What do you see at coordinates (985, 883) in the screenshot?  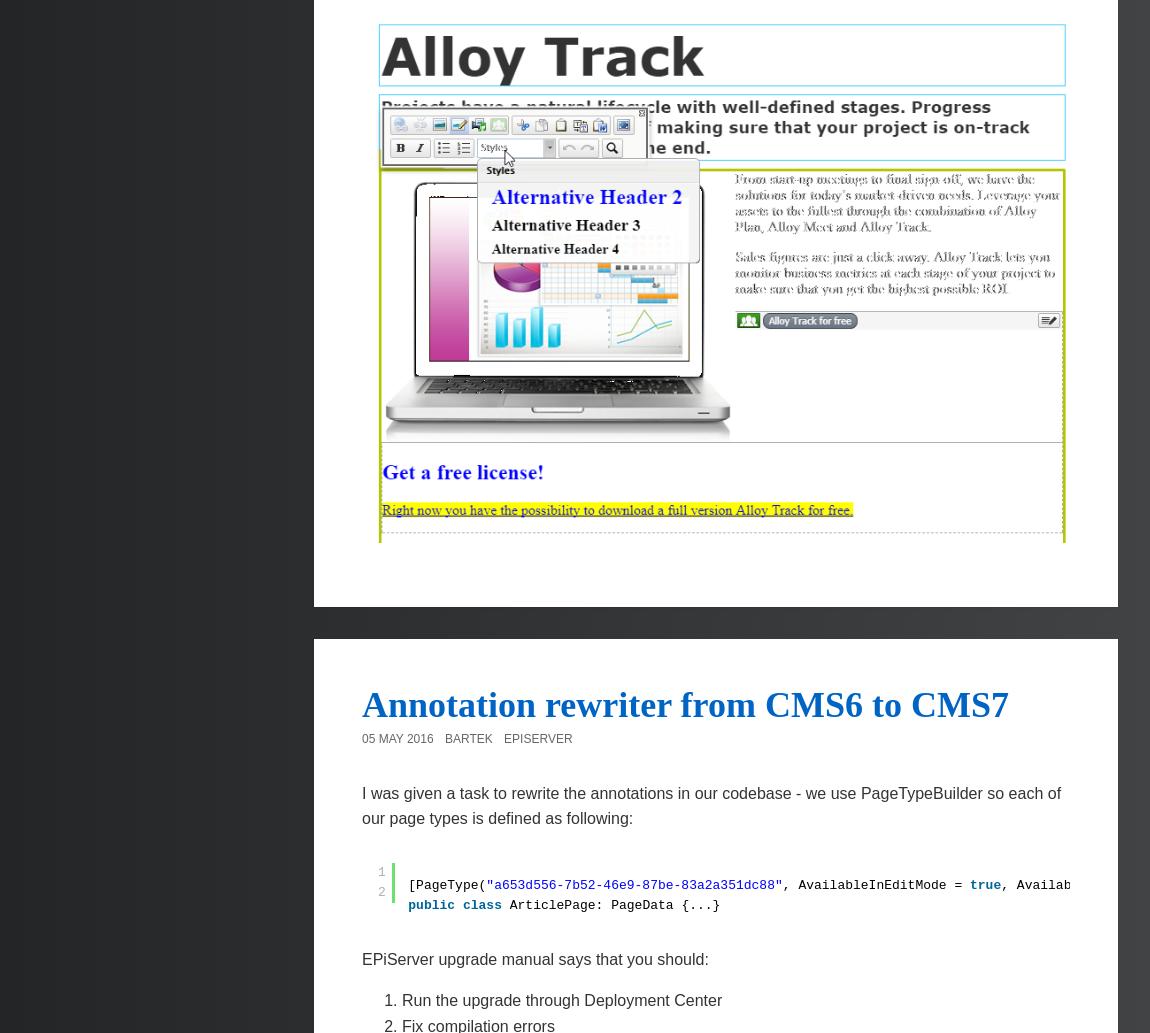 I see `'true'` at bounding box center [985, 883].